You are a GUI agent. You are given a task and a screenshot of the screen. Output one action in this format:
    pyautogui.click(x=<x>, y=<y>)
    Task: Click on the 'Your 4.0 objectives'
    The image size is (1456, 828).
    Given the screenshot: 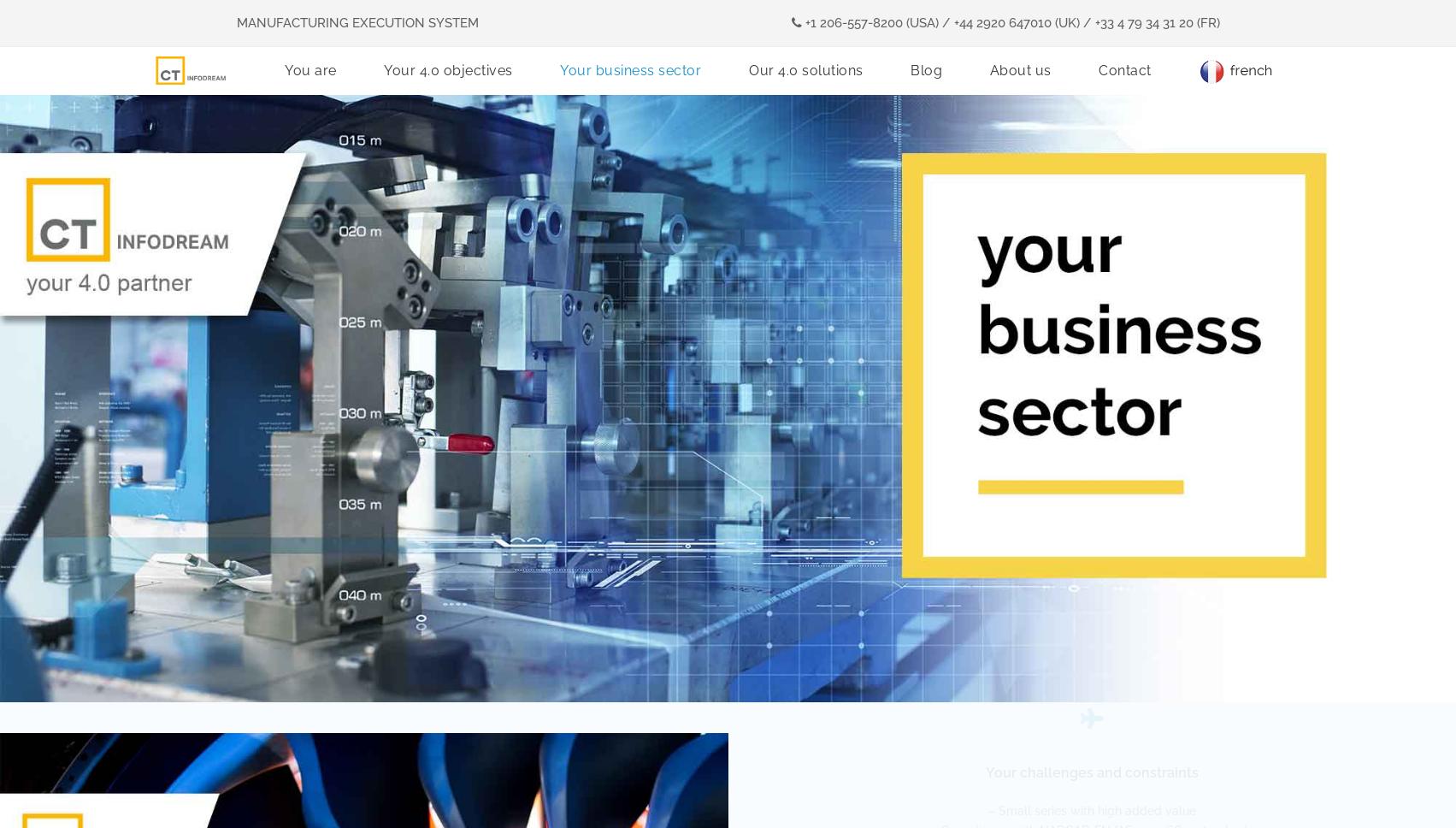 What is the action you would take?
    pyautogui.click(x=447, y=67)
    